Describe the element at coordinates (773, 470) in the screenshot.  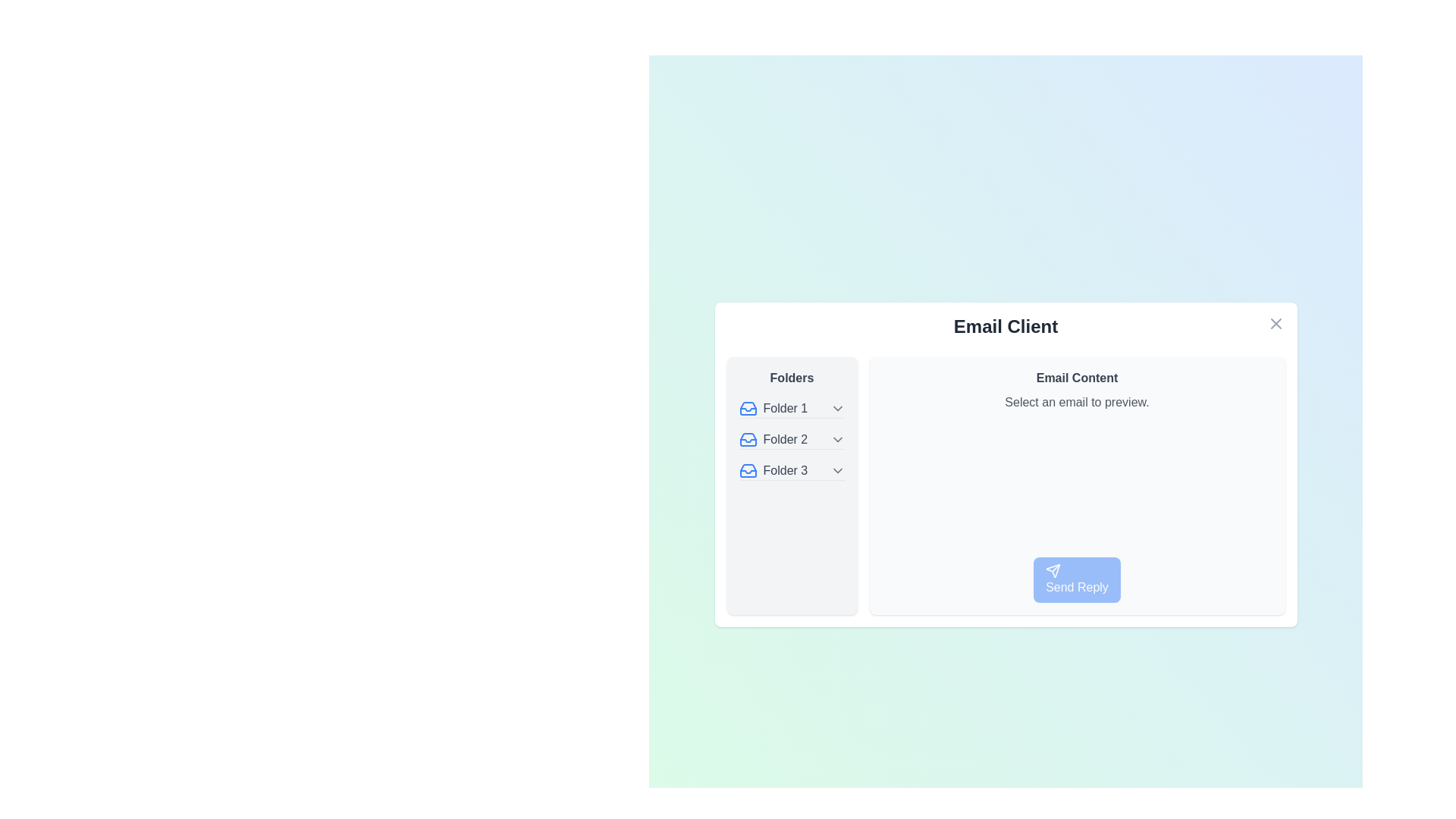
I see `the Folder list item labeled 'Folder 3' with a blue inbox icon` at that location.